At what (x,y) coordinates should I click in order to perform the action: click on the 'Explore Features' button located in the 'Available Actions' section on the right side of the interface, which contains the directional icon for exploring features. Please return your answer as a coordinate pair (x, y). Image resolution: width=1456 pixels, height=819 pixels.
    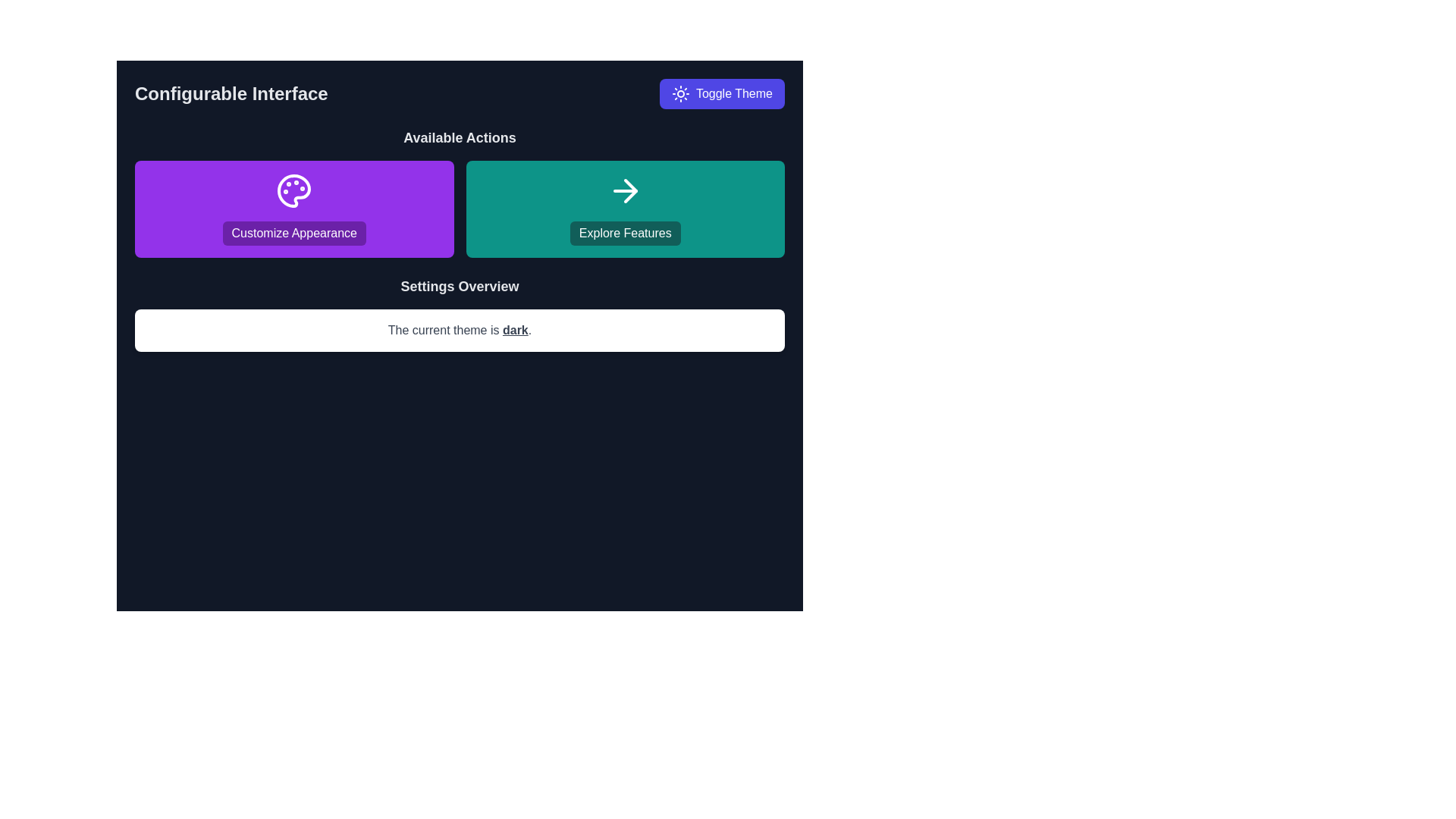
    Looking at the image, I should click on (630, 190).